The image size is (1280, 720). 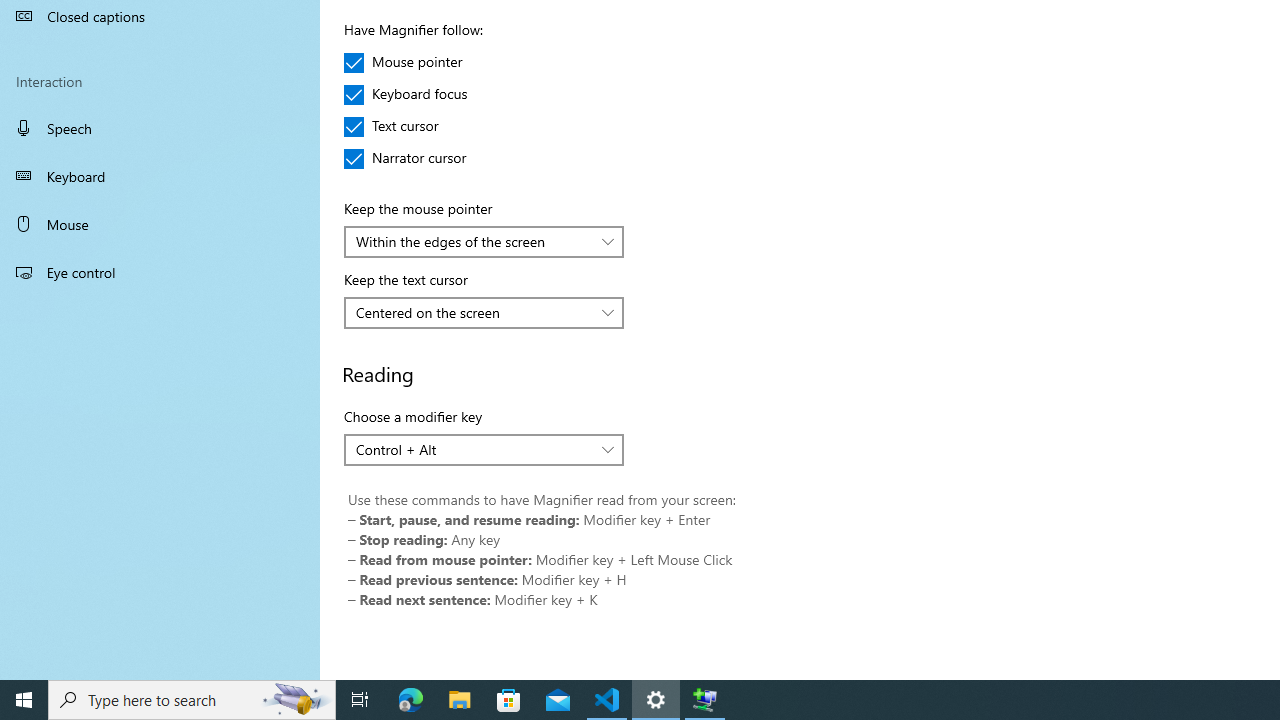 What do you see at coordinates (484, 312) in the screenshot?
I see `'Keep the text cursor'` at bounding box center [484, 312].